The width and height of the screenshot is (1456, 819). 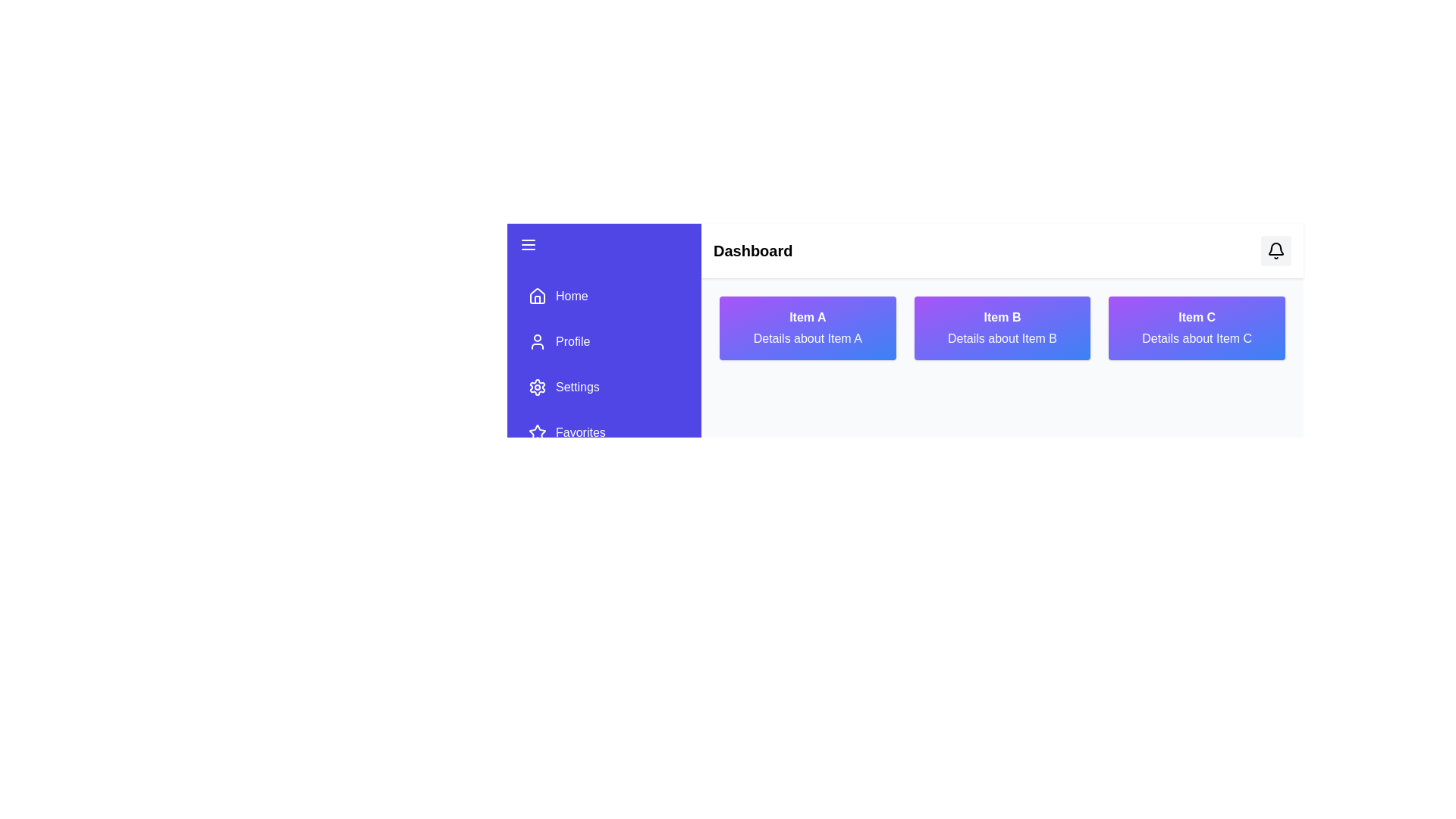 What do you see at coordinates (538, 432) in the screenshot?
I see `the star-shaped icon located in the left sidebar menu, next to 'Favorites'` at bounding box center [538, 432].